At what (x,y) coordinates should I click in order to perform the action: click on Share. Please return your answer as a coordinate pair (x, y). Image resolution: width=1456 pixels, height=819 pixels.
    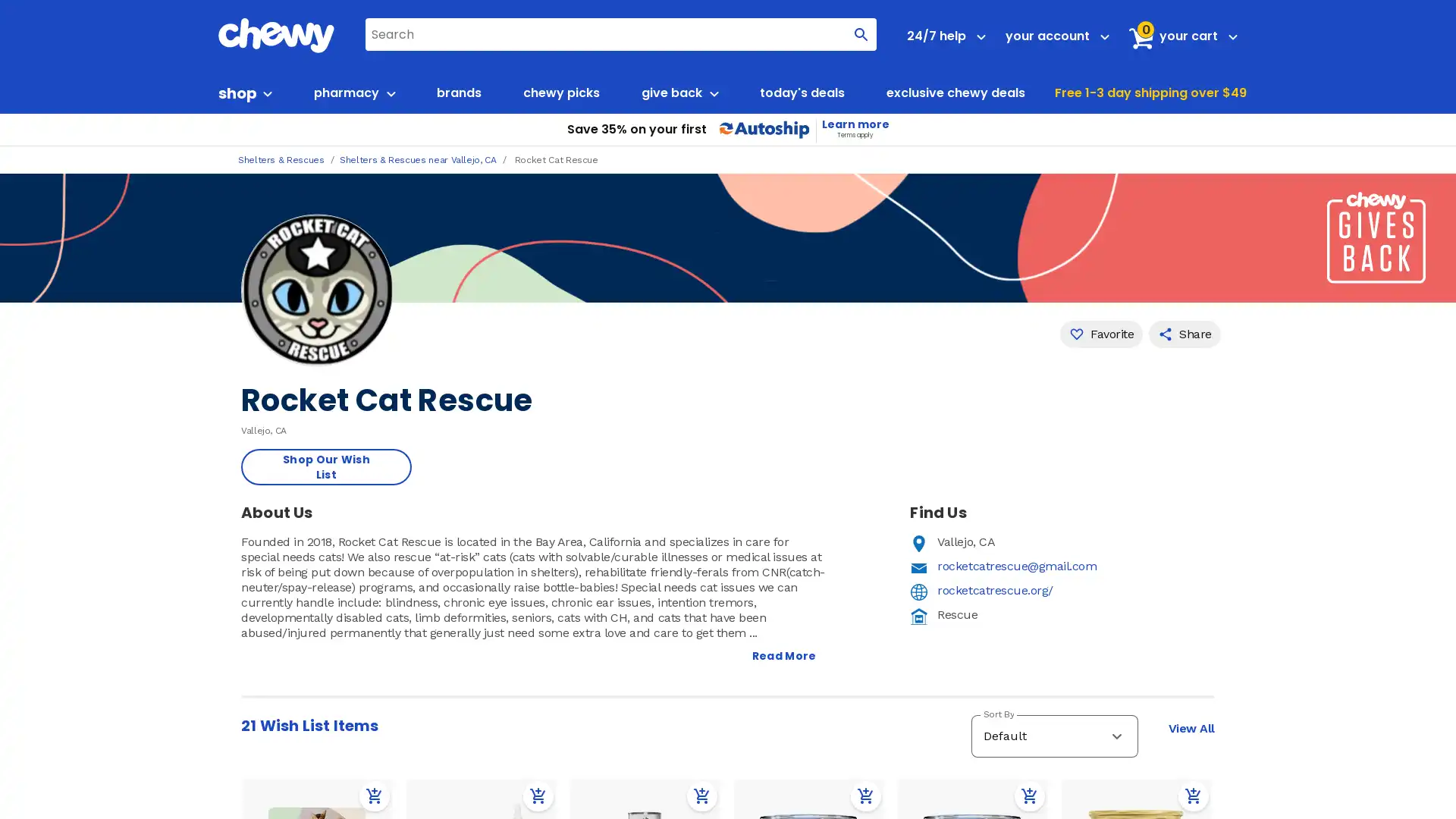
    Looking at the image, I should click on (1184, 333).